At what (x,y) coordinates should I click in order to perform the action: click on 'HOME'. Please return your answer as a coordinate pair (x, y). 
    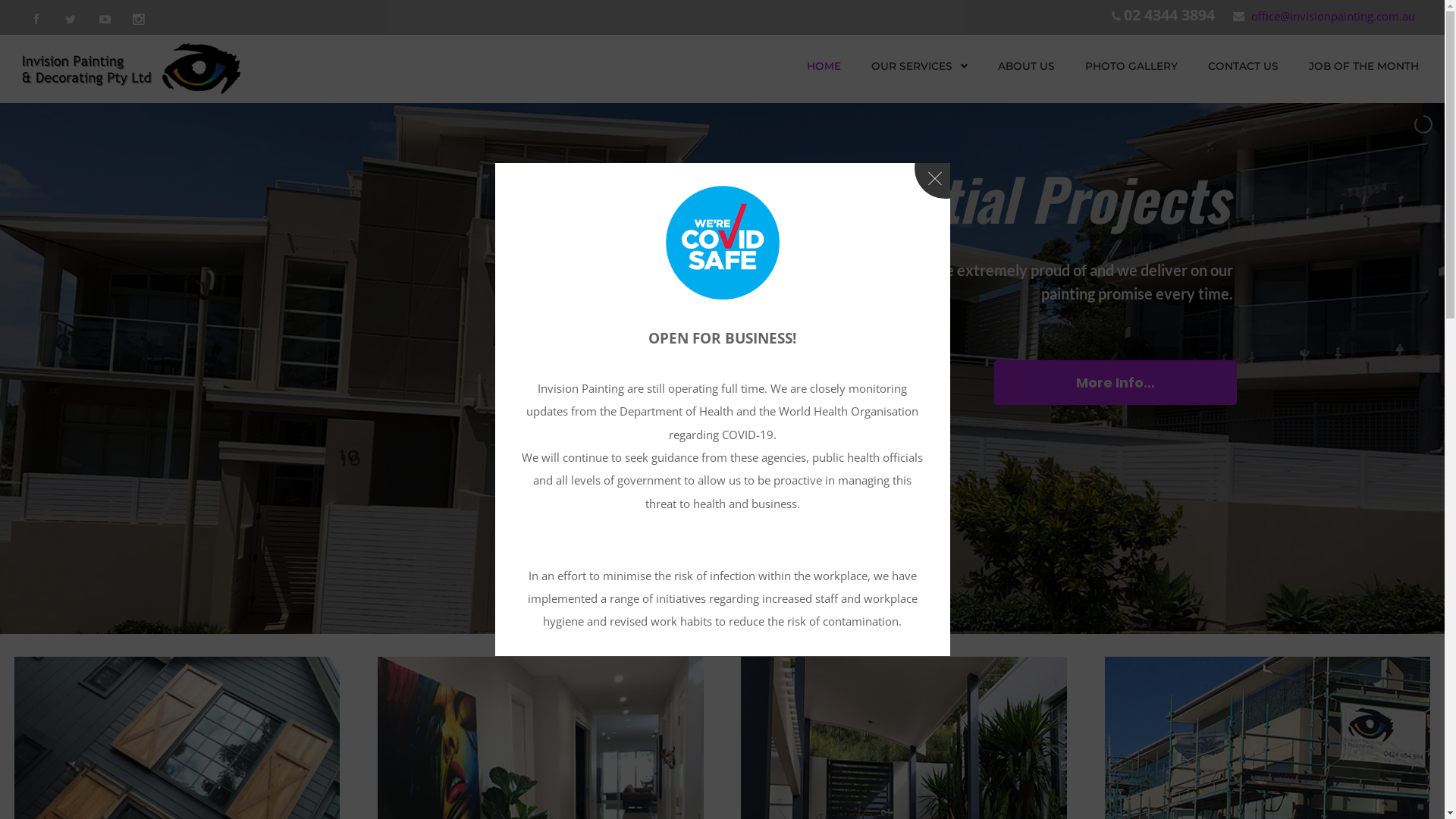
    Looking at the image, I should click on (806, 65).